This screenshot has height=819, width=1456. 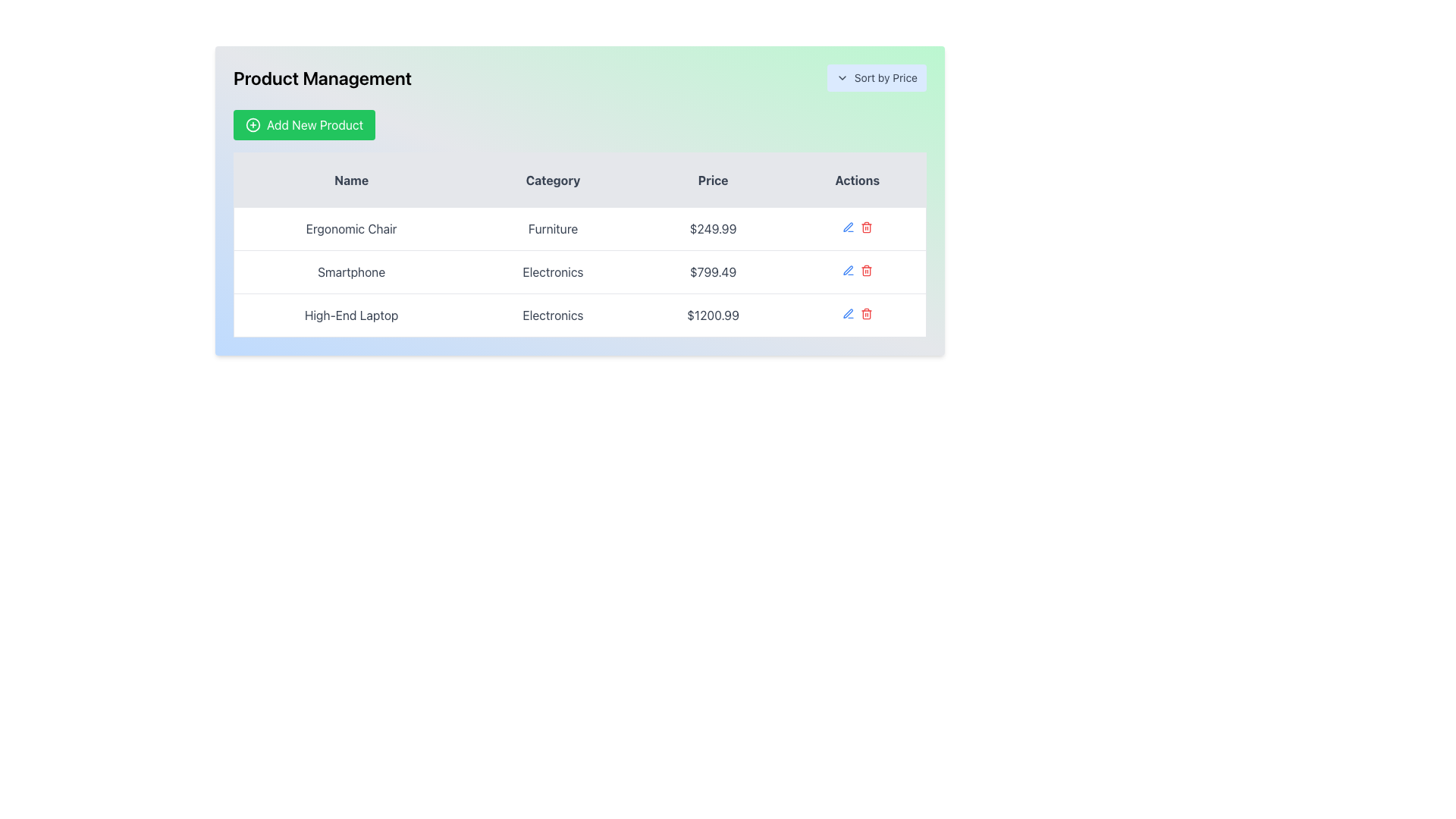 I want to click on text of the heading labeled 'Product Management', which is bold and prominently displayed in black on a light gradient background, so click(x=322, y=78).